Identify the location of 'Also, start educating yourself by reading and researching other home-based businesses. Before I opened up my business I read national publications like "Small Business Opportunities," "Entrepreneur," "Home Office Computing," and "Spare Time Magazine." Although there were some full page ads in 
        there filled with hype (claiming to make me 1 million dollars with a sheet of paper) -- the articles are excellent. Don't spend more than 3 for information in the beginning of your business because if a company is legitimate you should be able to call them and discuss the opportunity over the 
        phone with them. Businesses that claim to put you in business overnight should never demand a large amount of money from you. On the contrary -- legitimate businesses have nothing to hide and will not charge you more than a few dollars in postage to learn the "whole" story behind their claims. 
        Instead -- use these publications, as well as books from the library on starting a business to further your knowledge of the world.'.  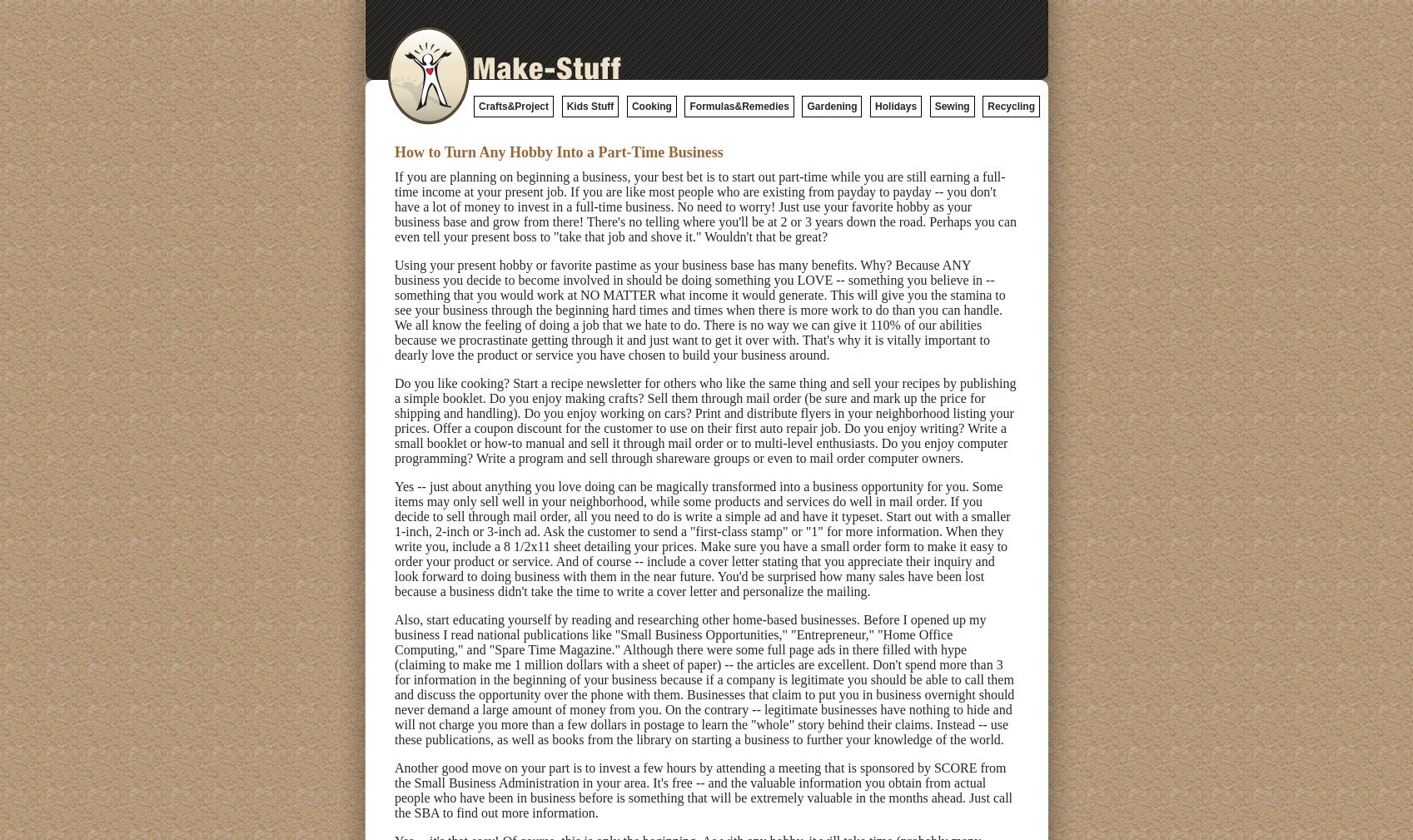
(704, 679).